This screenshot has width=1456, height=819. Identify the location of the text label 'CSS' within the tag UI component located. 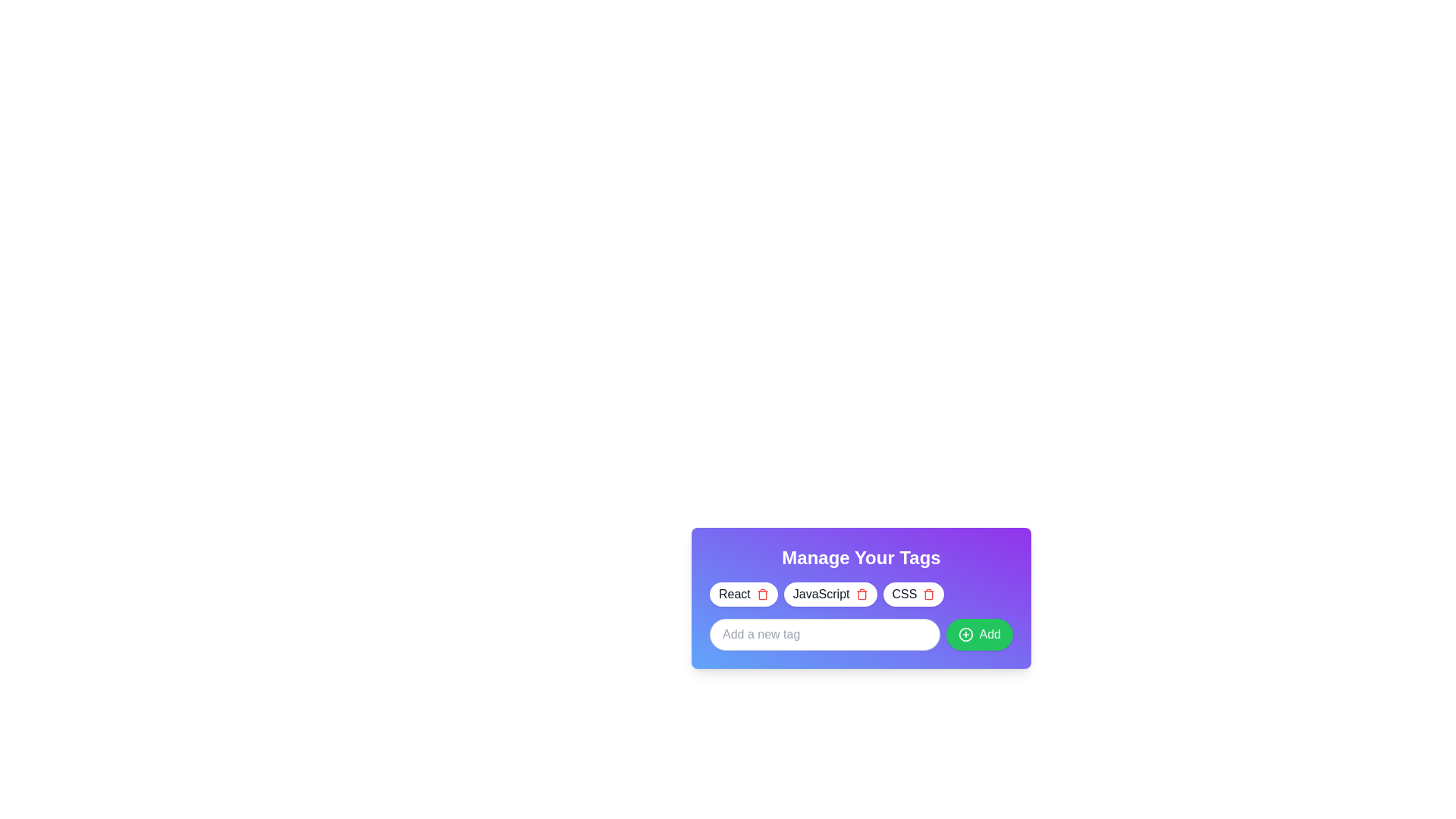
(904, 593).